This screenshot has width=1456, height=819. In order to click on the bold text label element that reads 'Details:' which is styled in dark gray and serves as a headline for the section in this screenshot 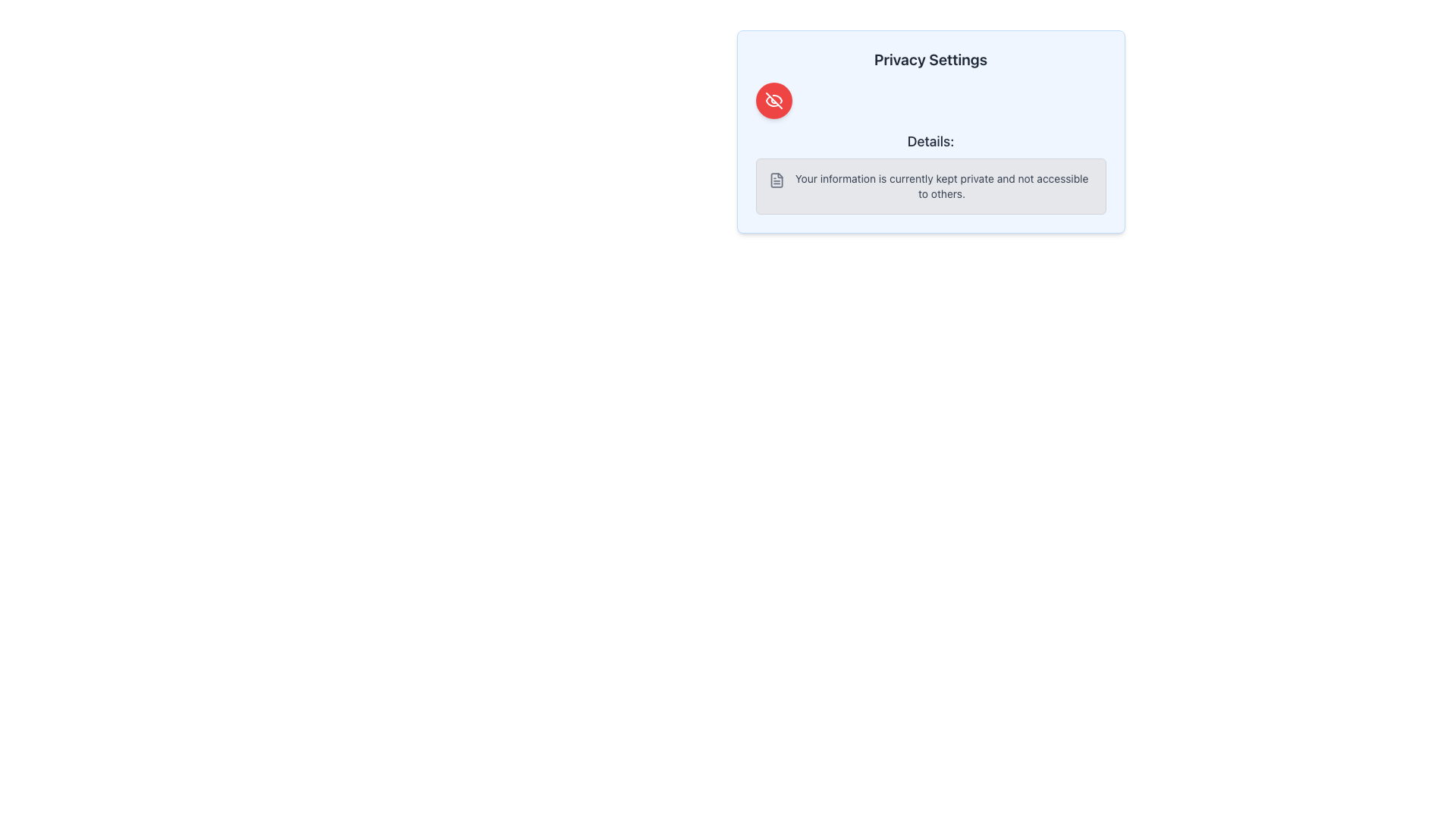, I will do `click(930, 141)`.